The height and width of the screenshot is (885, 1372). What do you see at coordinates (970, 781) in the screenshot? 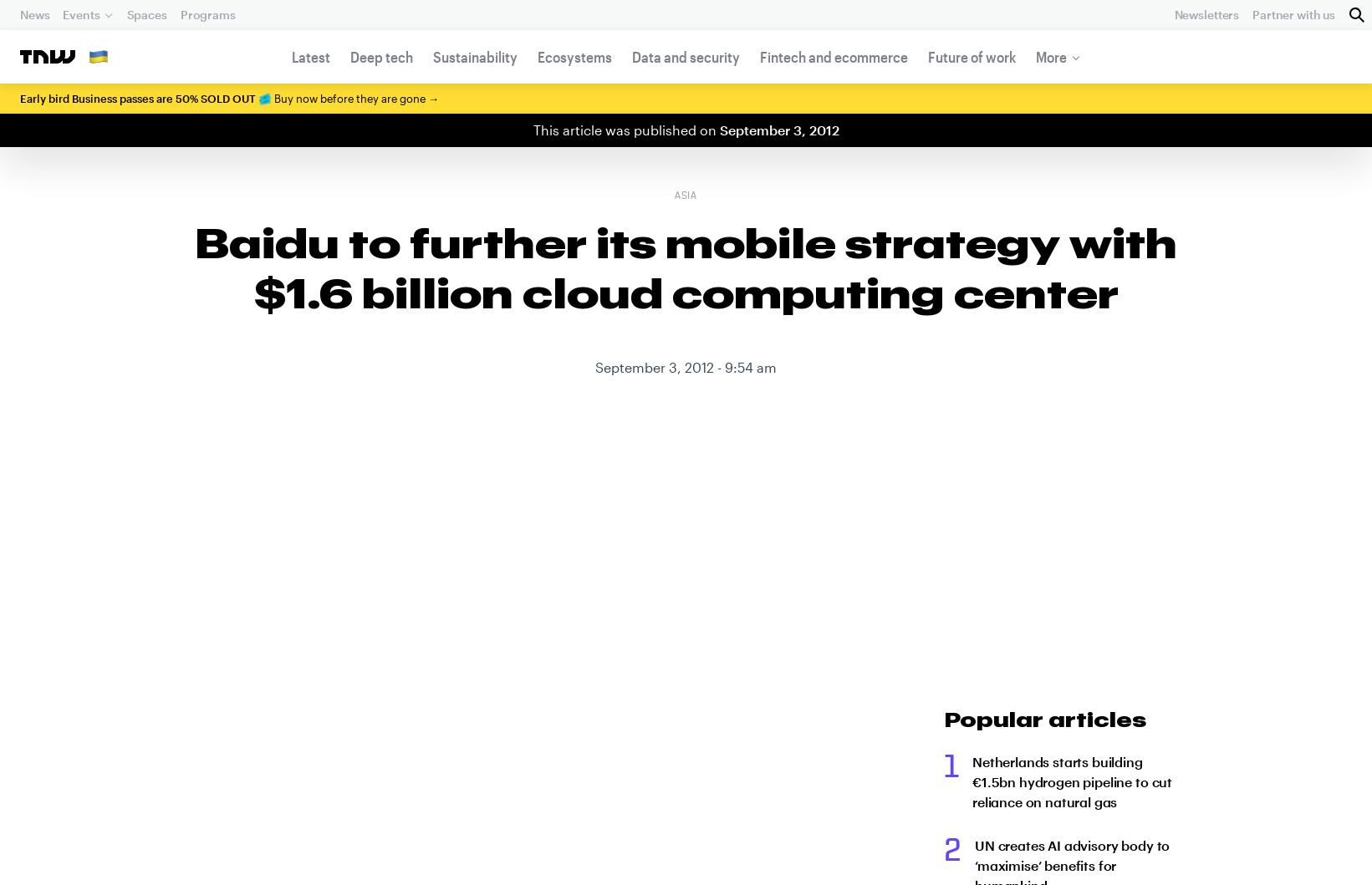
I see `'Netherlands starts building €1.5bn hydrogen pipeline to cut reliance on natural gas'` at bounding box center [970, 781].